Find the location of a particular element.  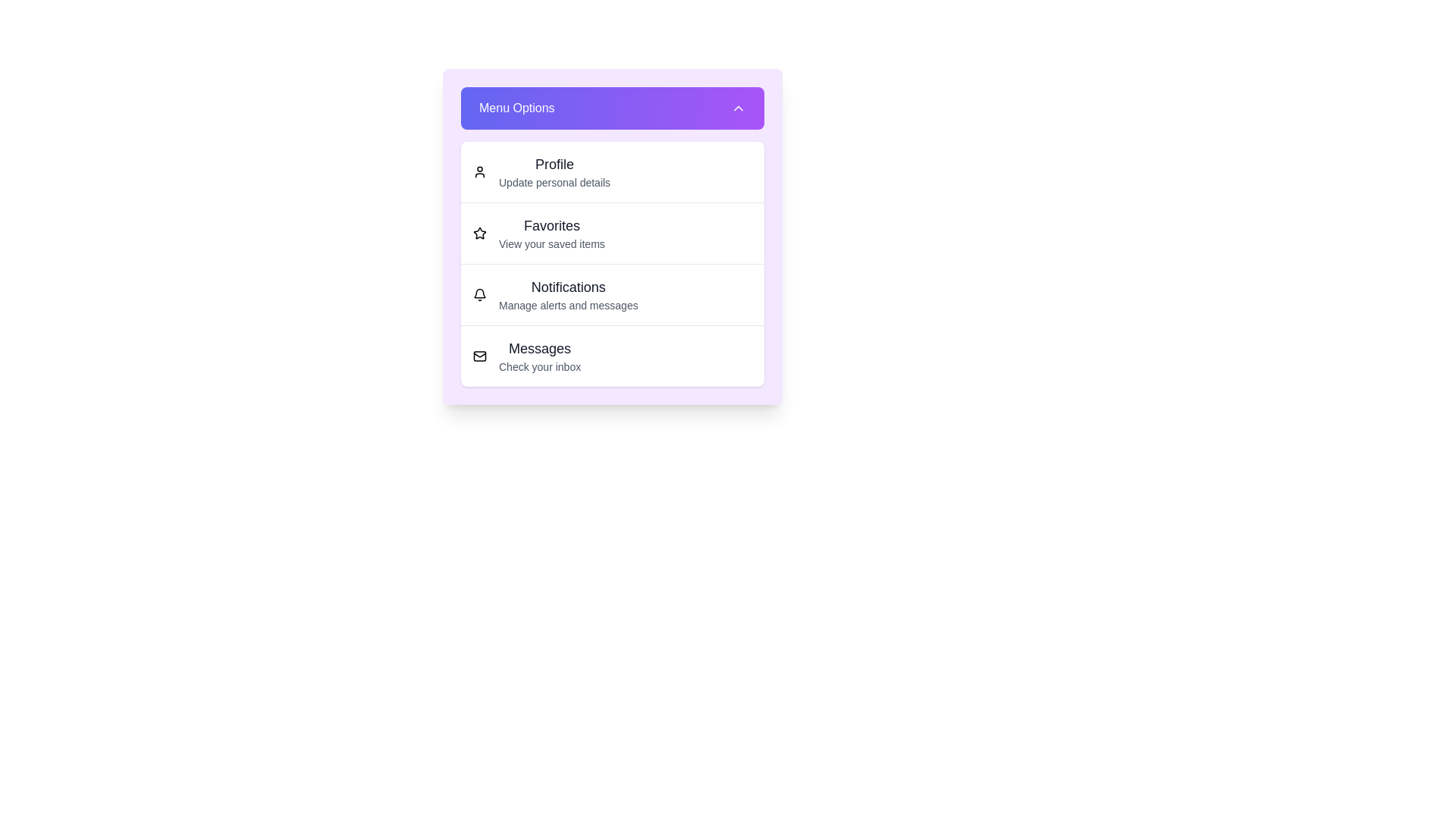

the menu item corresponding to Notifications is located at coordinates (479, 295).